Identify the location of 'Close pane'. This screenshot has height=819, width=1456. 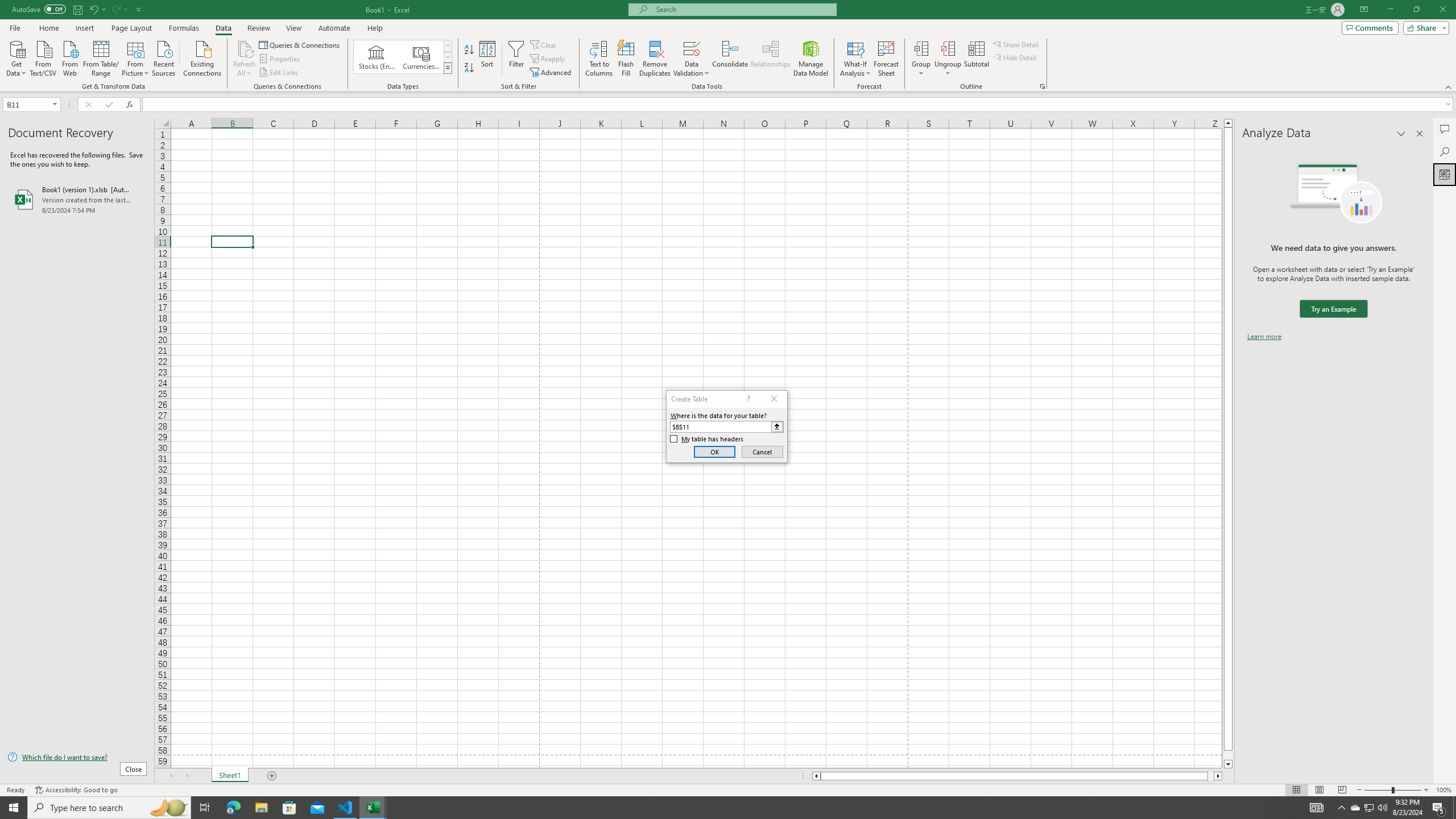
(1419, 133).